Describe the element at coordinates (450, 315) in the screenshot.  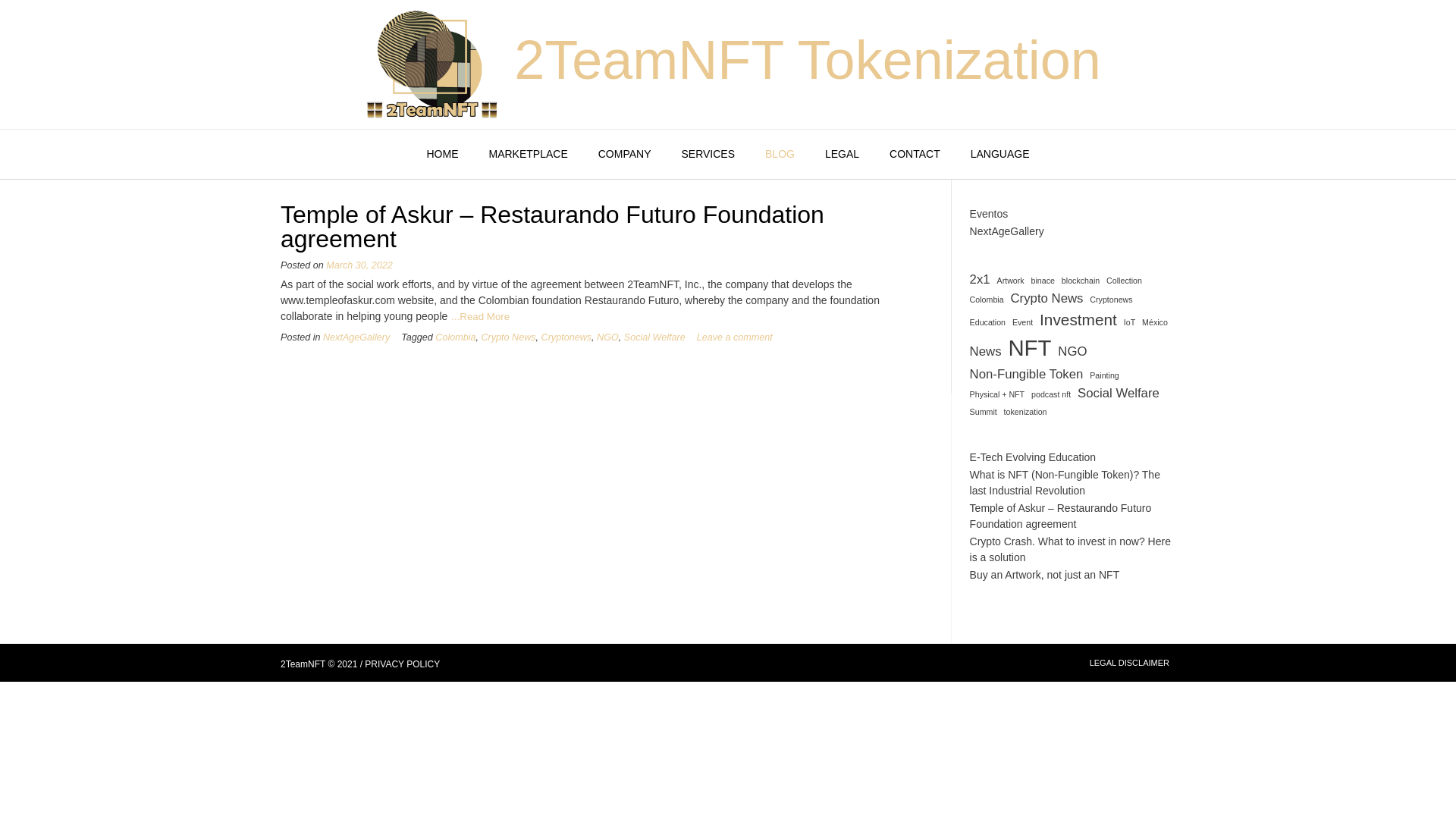
I see `'...Read More'` at that location.